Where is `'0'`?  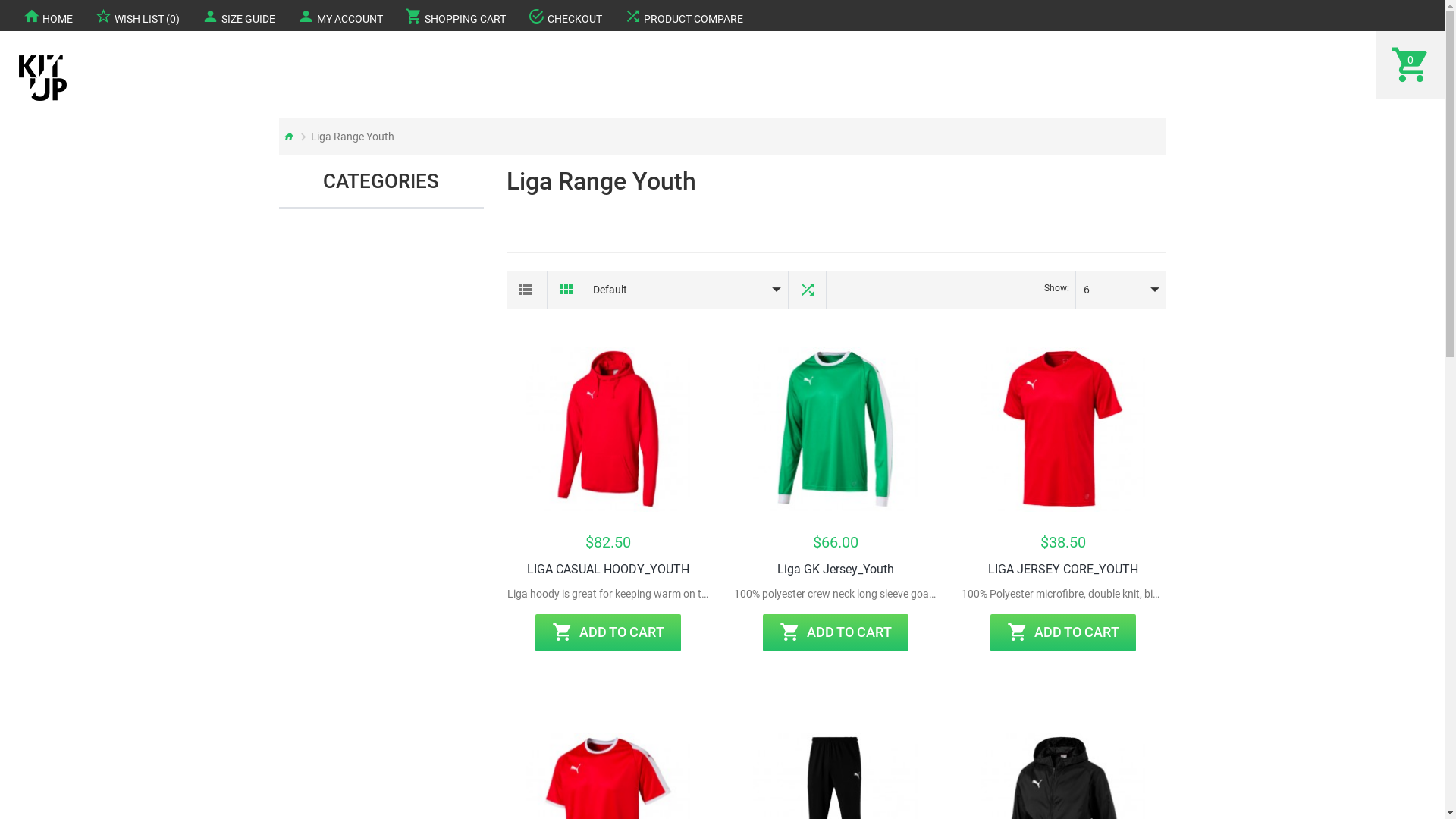 '0' is located at coordinates (1410, 64).